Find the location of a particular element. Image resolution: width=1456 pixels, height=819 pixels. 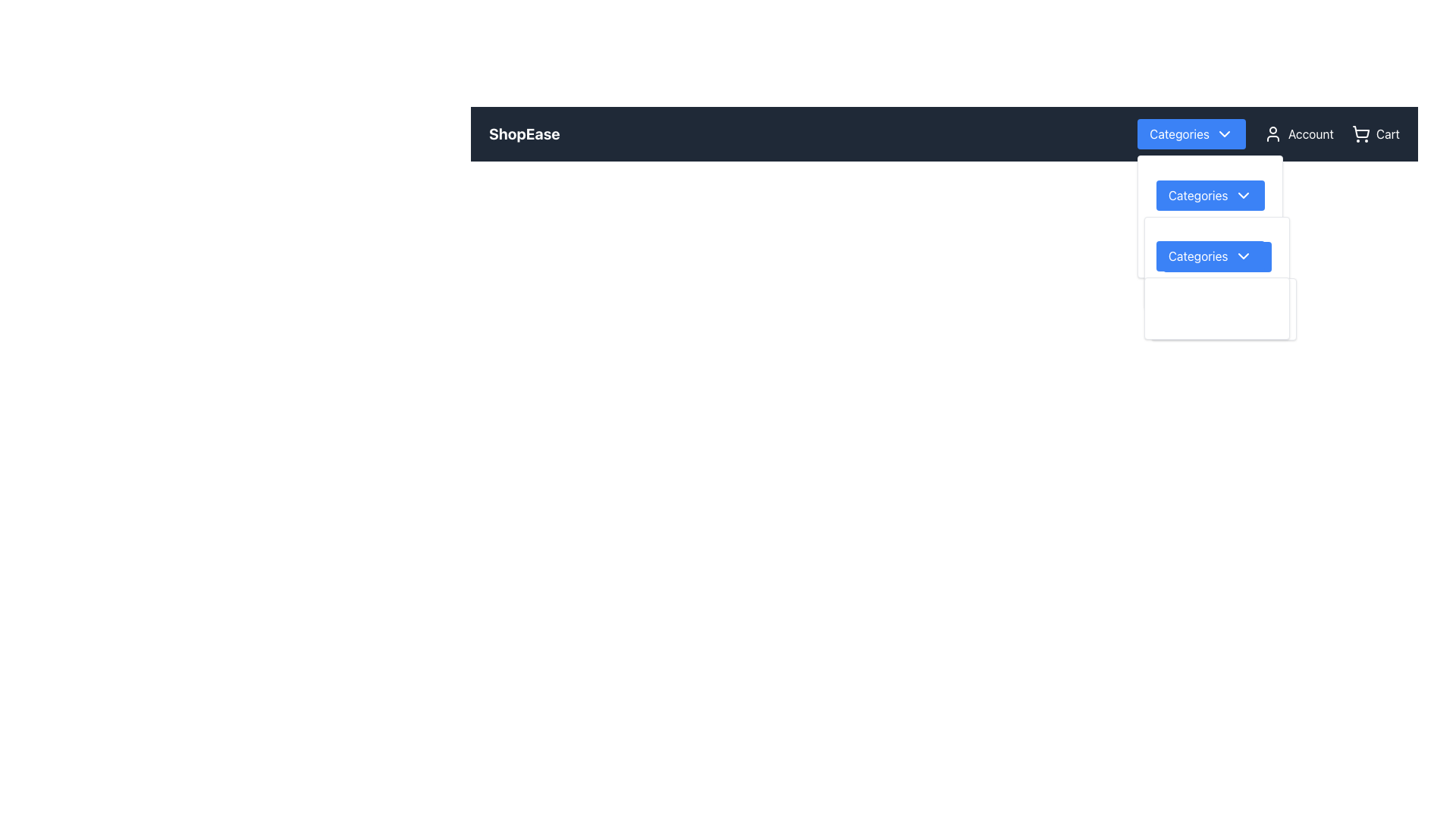

the shopping cart button located in the rightmost section of the top navigation bar is located at coordinates (1376, 133).